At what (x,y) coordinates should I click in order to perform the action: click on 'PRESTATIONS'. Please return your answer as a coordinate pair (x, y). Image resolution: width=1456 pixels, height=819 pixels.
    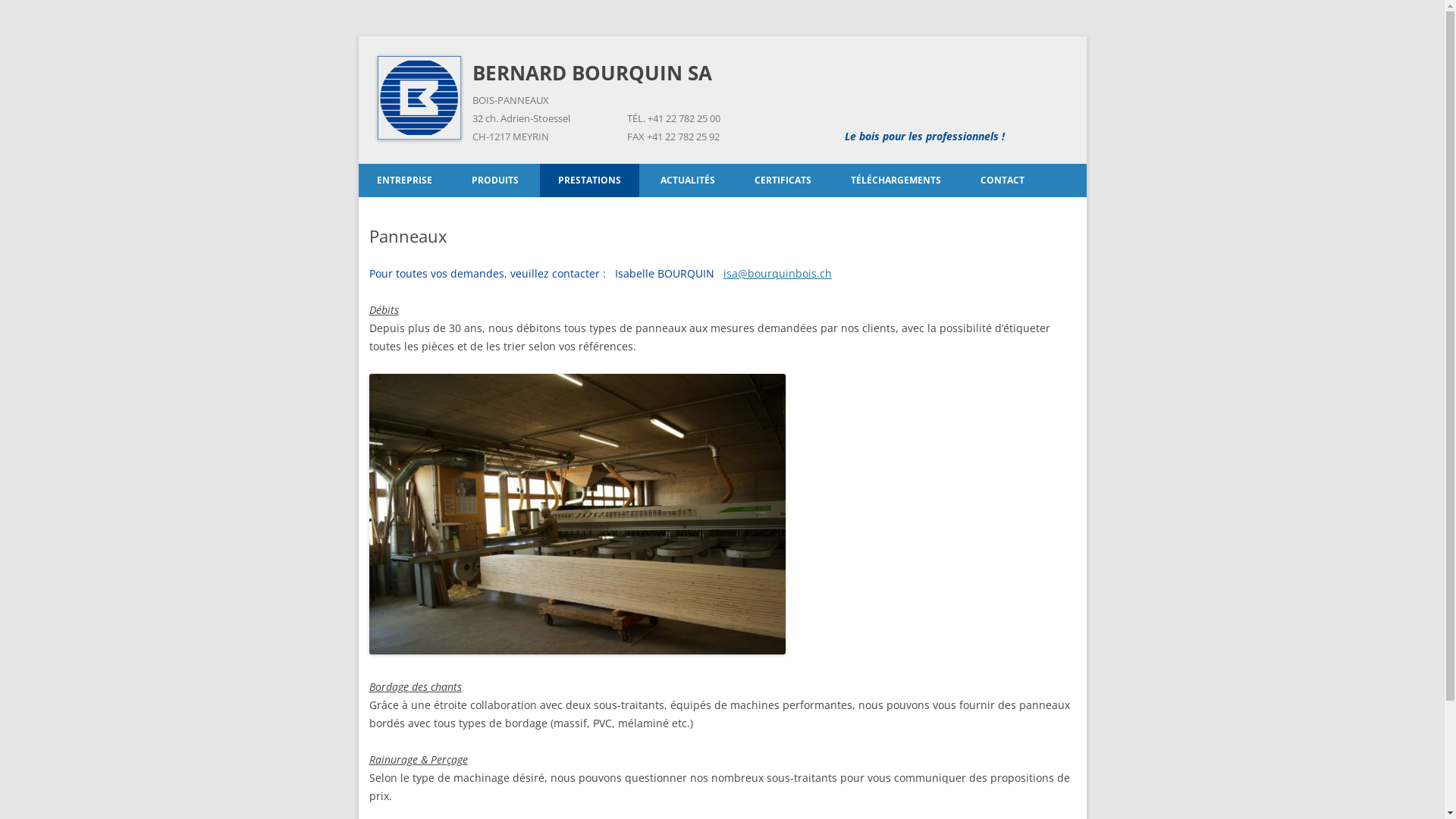
    Looking at the image, I should click on (588, 180).